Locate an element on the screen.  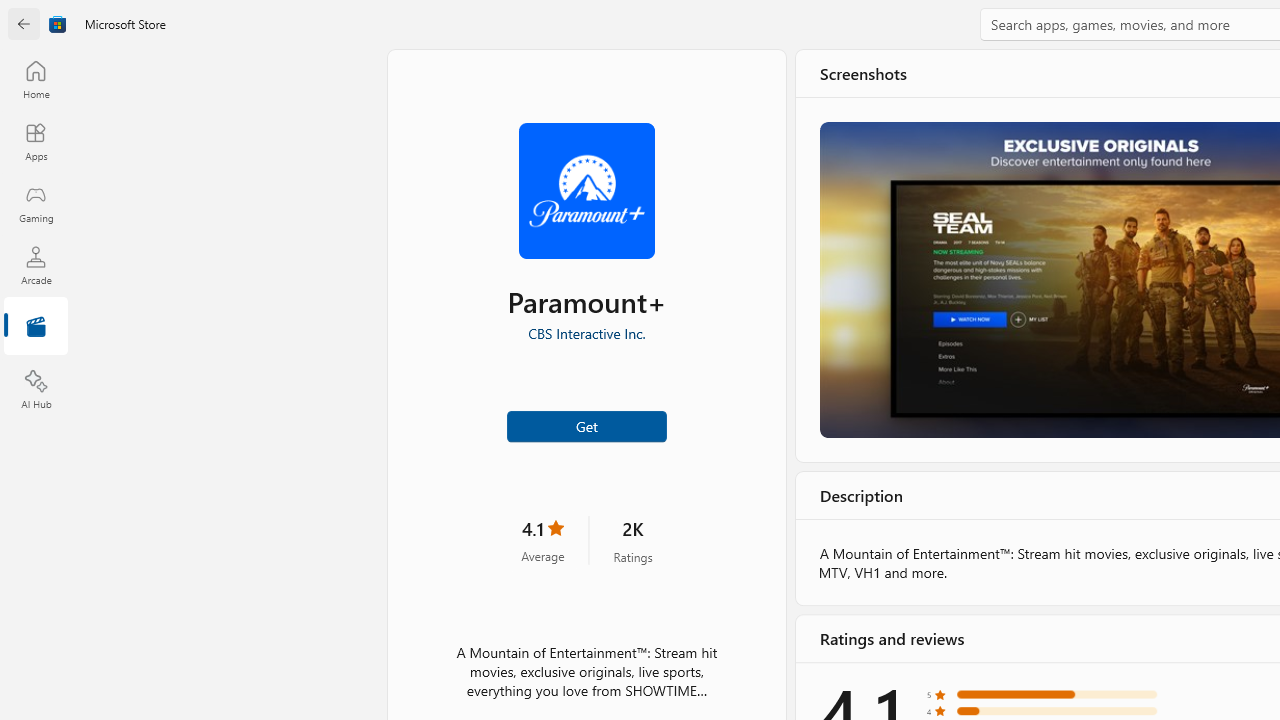
'Get' is located at coordinates (585, 424).